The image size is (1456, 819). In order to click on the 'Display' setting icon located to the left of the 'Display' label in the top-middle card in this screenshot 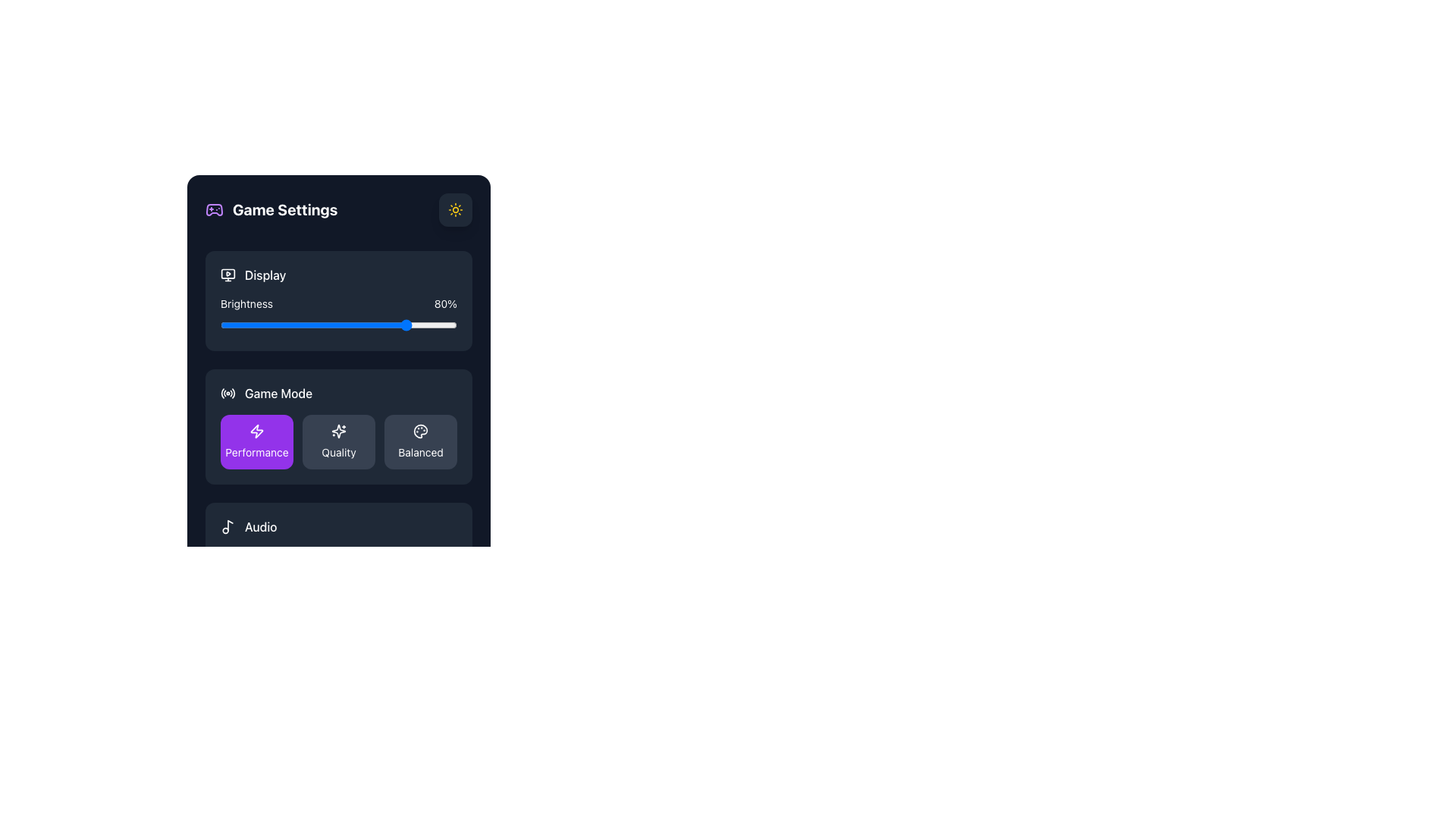, I will do `click(227, 275)`.